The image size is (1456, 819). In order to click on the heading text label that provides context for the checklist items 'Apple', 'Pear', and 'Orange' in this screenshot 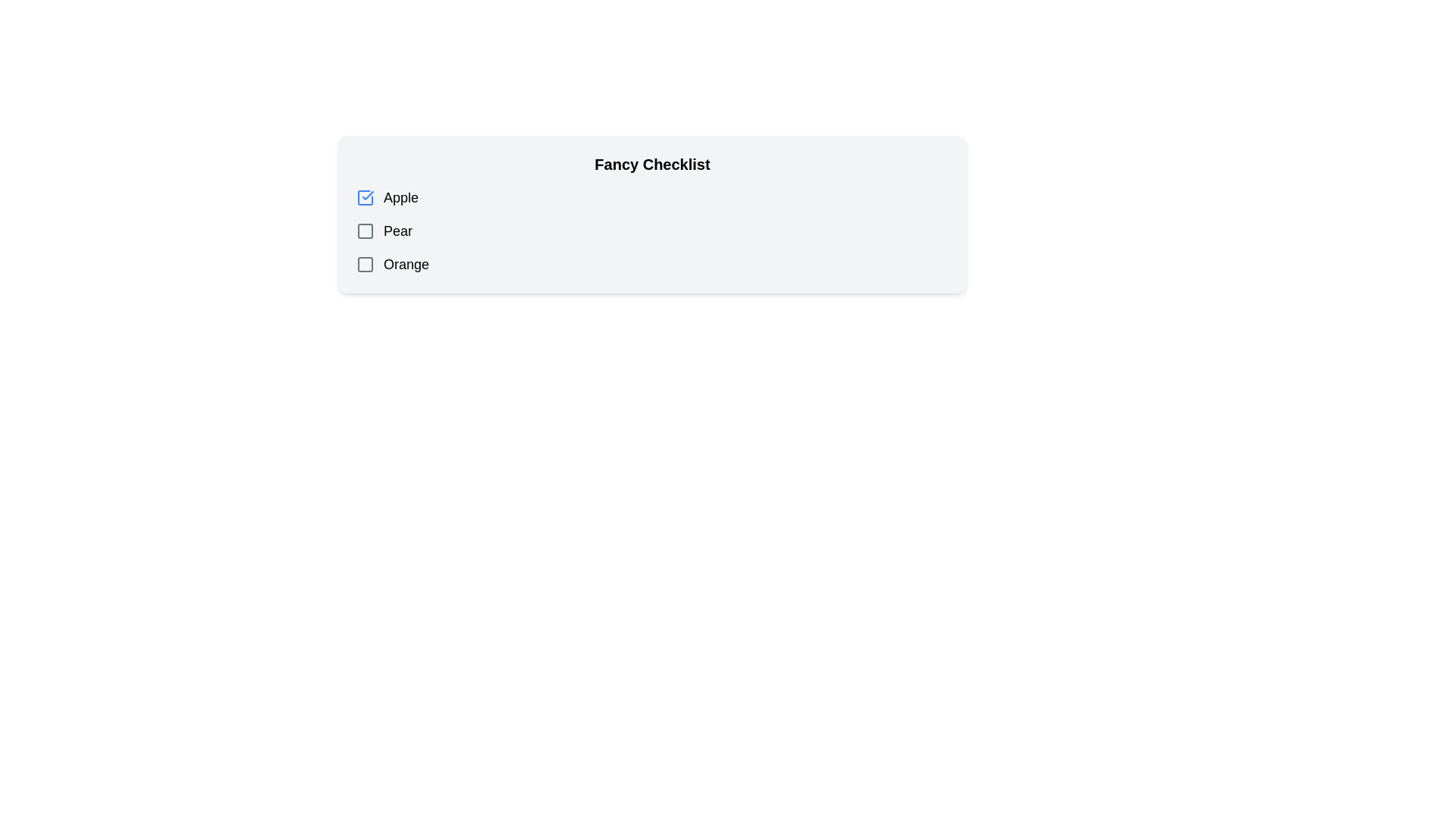, I will do `click(652, 164)`.